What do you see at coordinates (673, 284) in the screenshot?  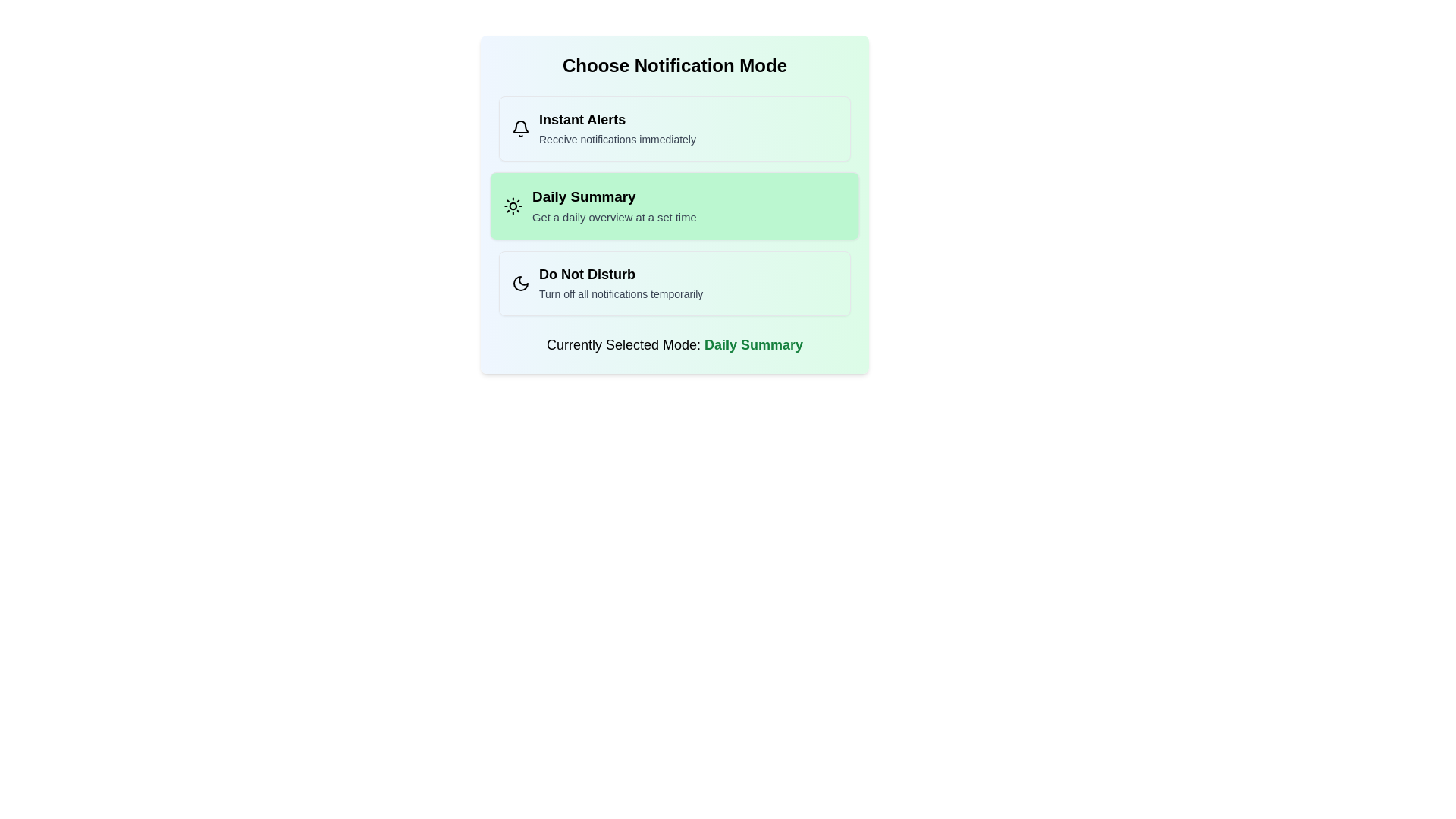 I see `the 'Do Not Disturb' selectable option which has a light green background, rounded corners, a crescent moon icon, and is the last option in the notification modes list` at bounding box center [673, 284].